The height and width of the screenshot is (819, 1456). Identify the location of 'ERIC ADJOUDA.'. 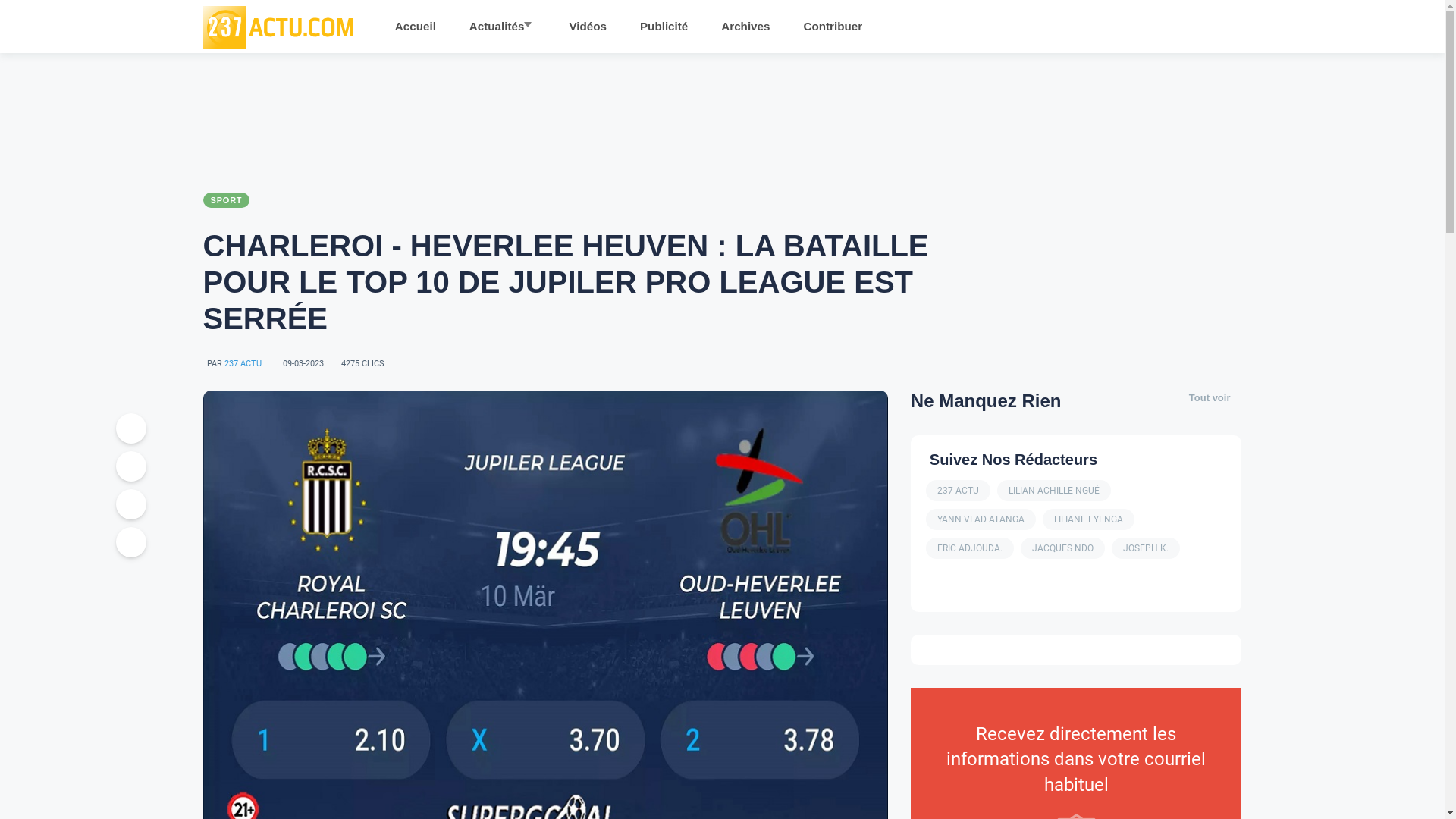
(924, 548).